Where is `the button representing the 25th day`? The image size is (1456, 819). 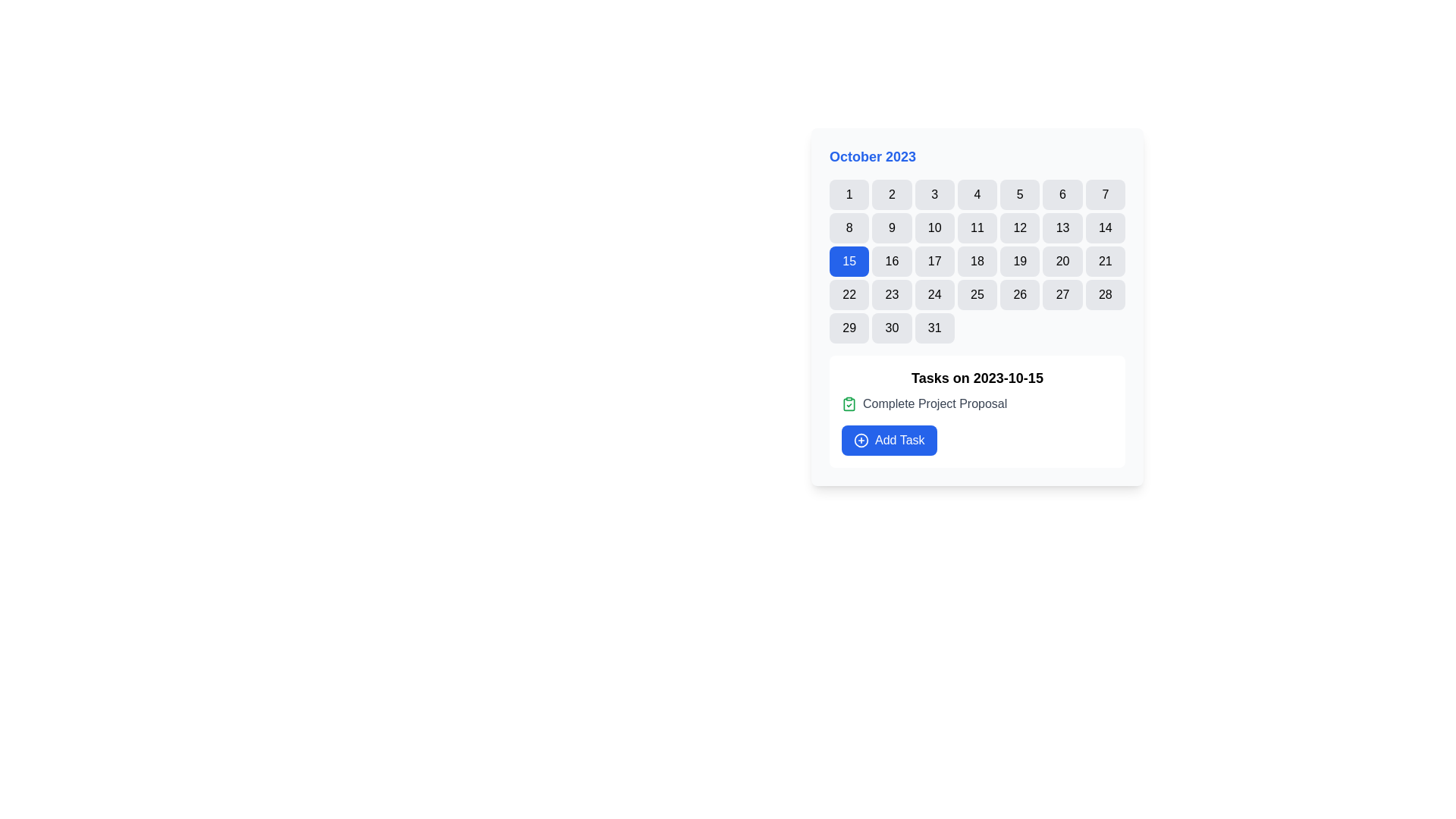
the button representing the 25th day is located at coordinates (977, 295).